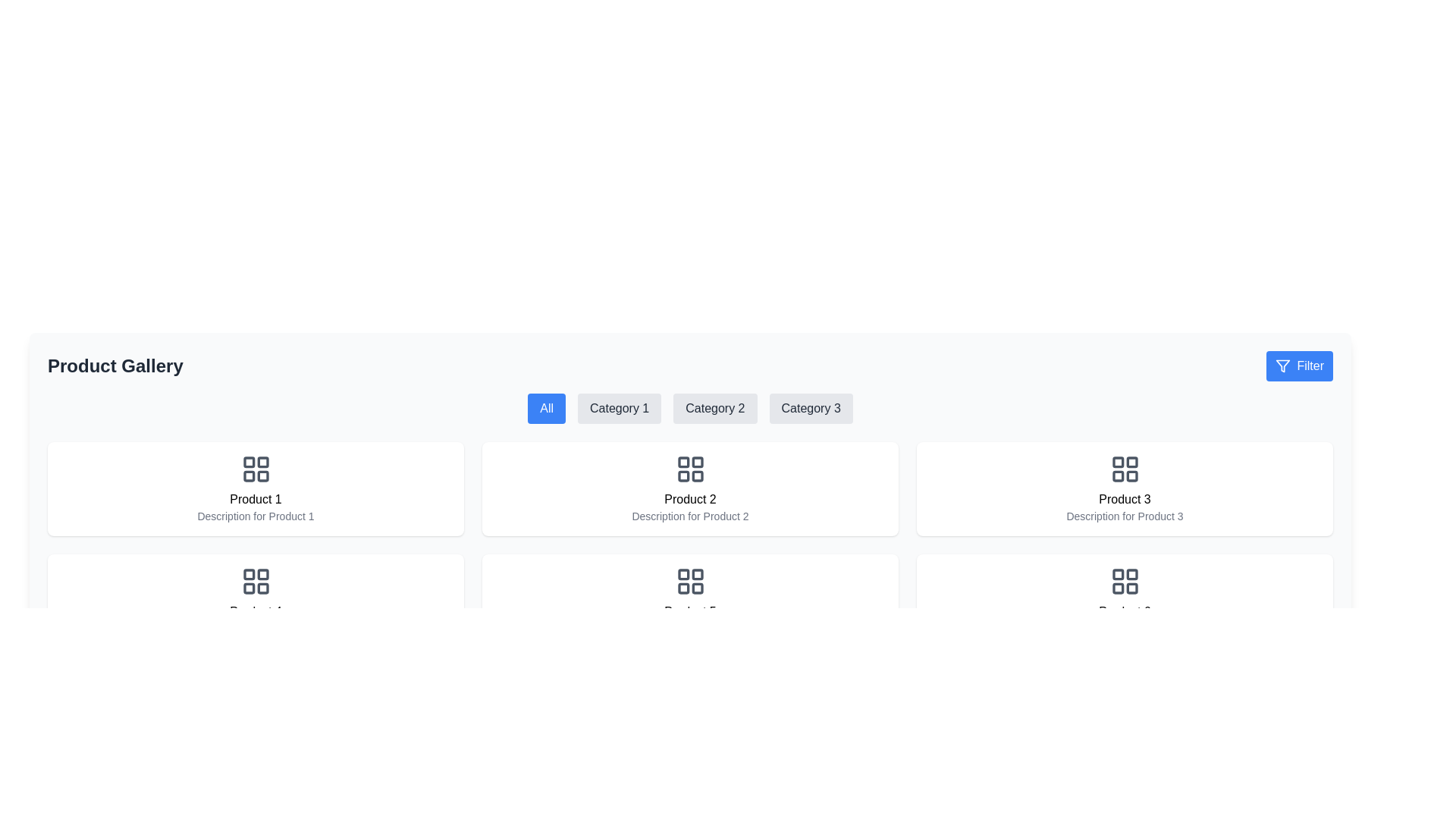 Image resolution: width=1456 pixels, height=819 pixels. Describe the element at coordinates (689, 488) in the screenshot. I see `the Card Component displaying information about 'Product 2', which is the second card in the first row of a grid layout` at that location.